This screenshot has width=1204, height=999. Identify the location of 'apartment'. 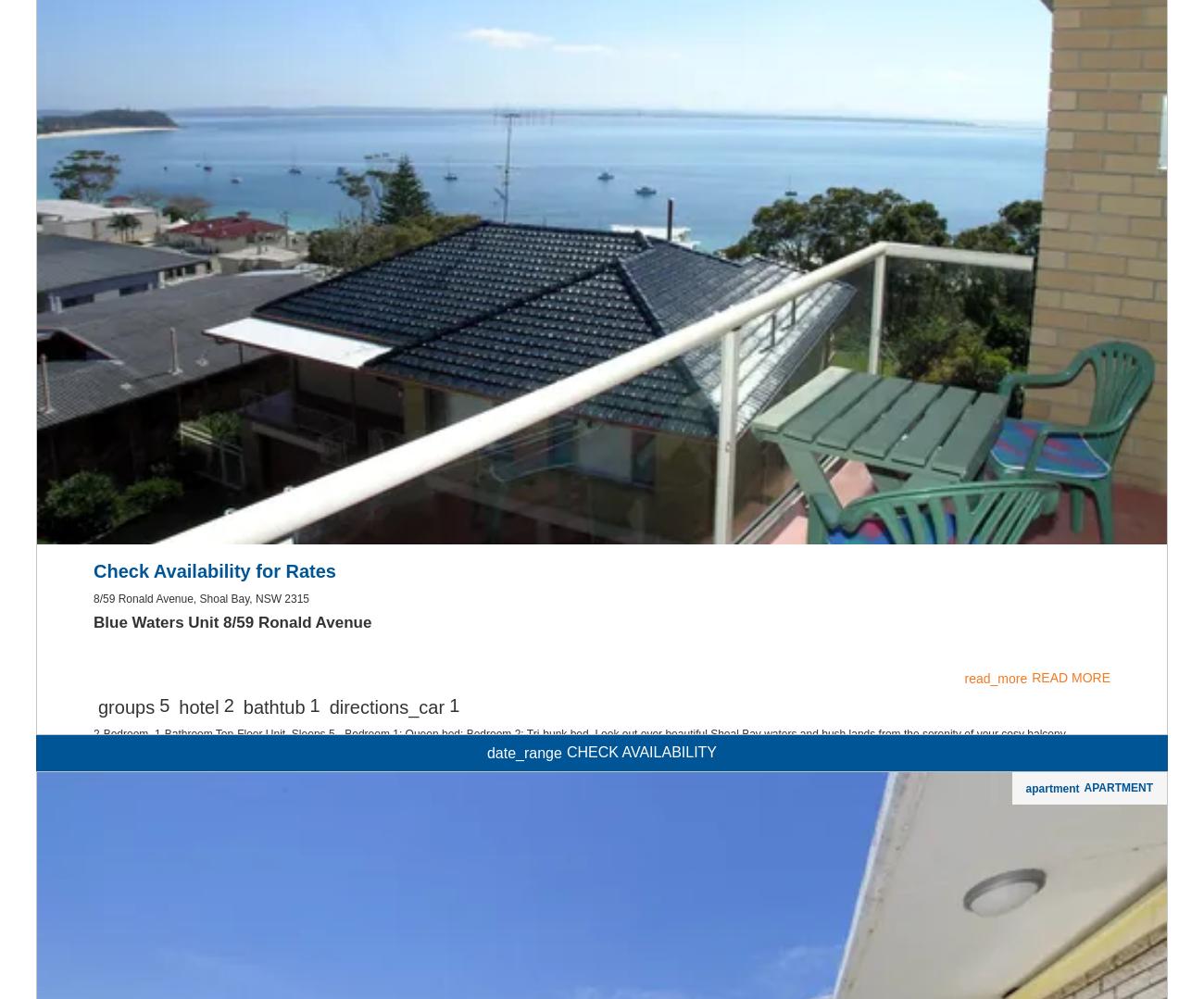
(1050, 58).